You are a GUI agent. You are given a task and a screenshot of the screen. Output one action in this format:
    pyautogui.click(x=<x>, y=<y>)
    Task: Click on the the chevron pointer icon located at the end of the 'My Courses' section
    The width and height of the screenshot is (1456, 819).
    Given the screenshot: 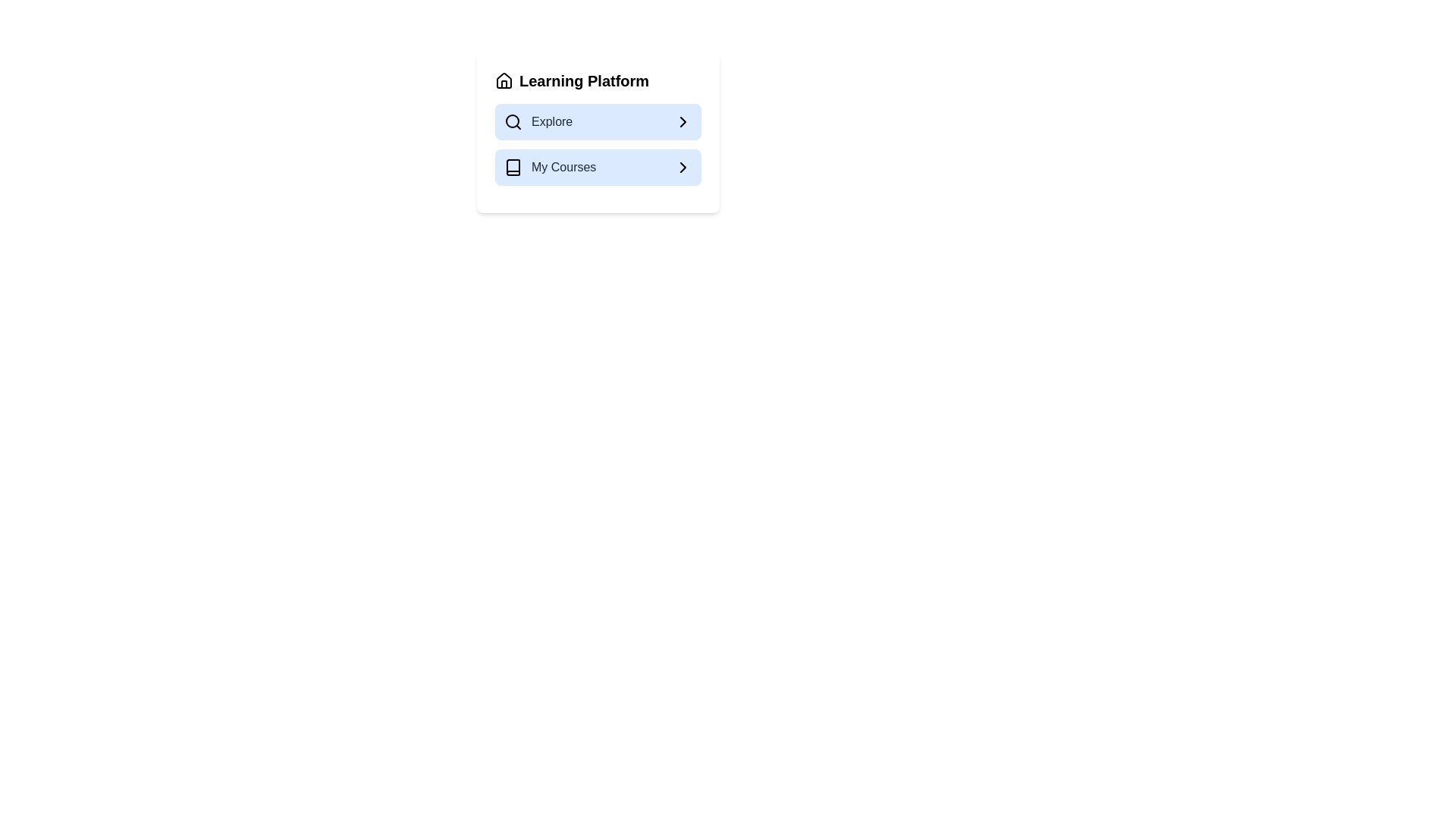 What is the action you would take?
    pyautogui.click(x=682, y=167)
    